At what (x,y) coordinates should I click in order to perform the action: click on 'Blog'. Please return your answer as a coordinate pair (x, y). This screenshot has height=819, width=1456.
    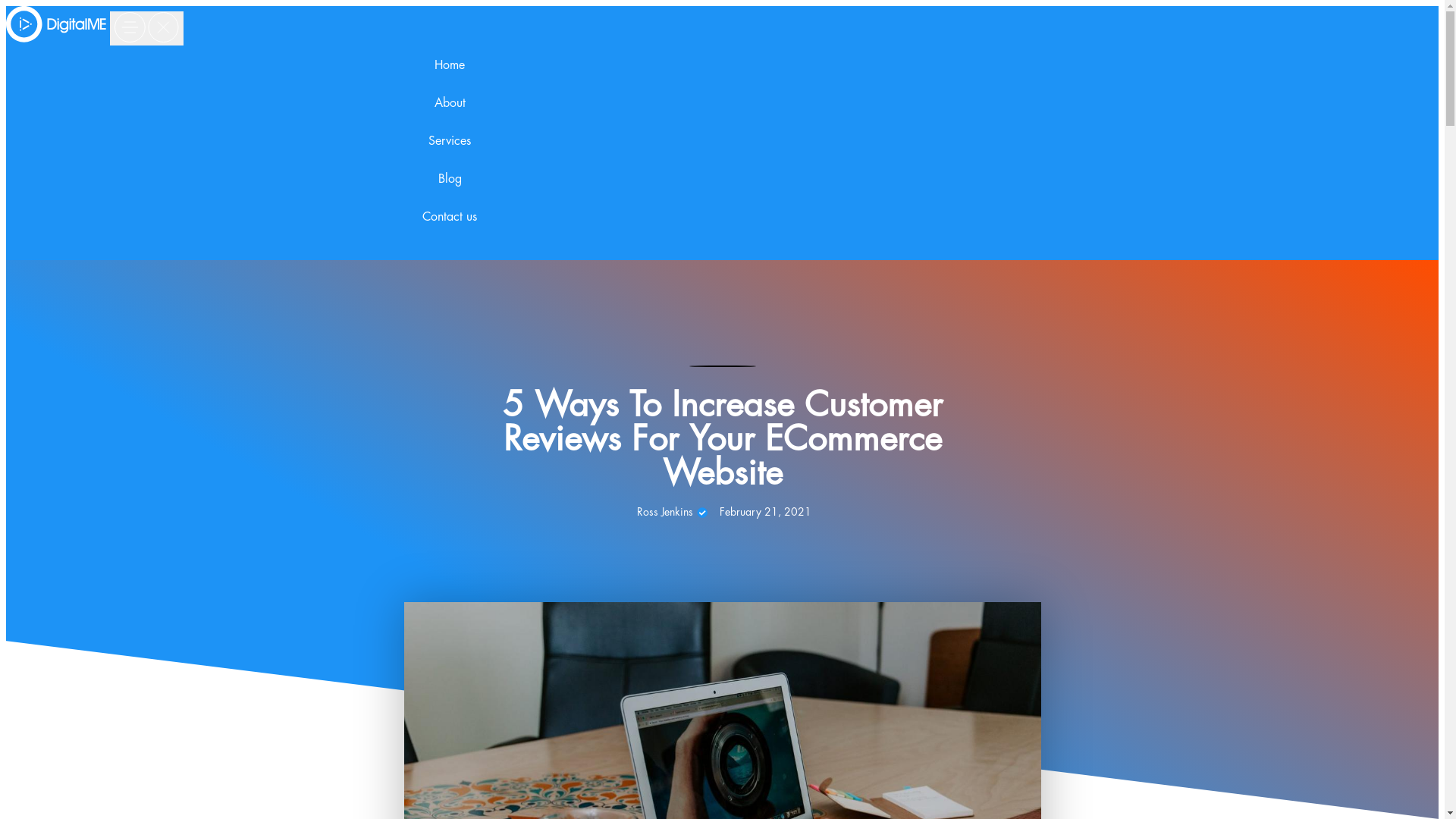
    Looking at the image, I should click on (429, 190).